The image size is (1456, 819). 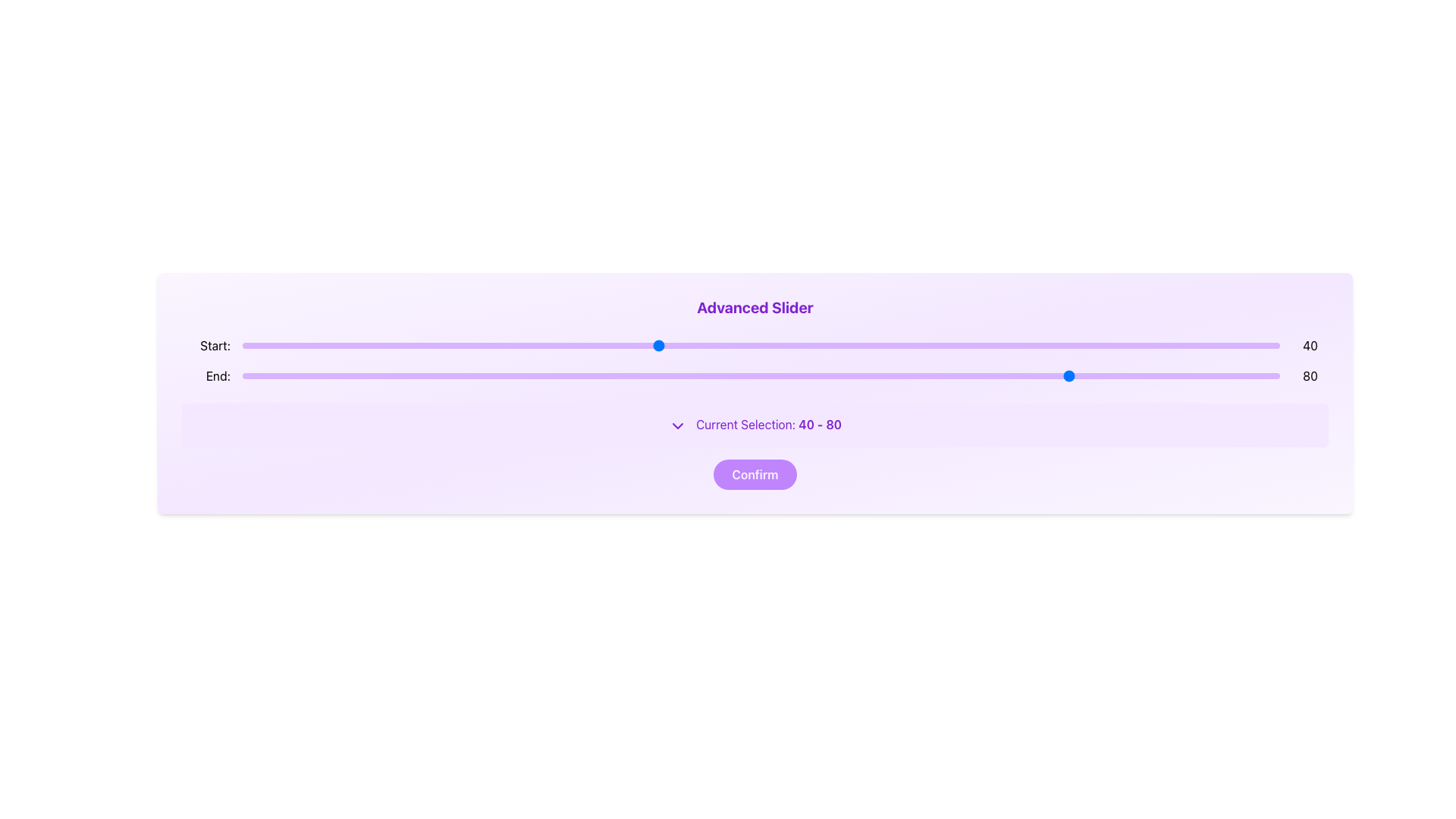 I want to click on the advanced slider, so click(x=1114, y=345).